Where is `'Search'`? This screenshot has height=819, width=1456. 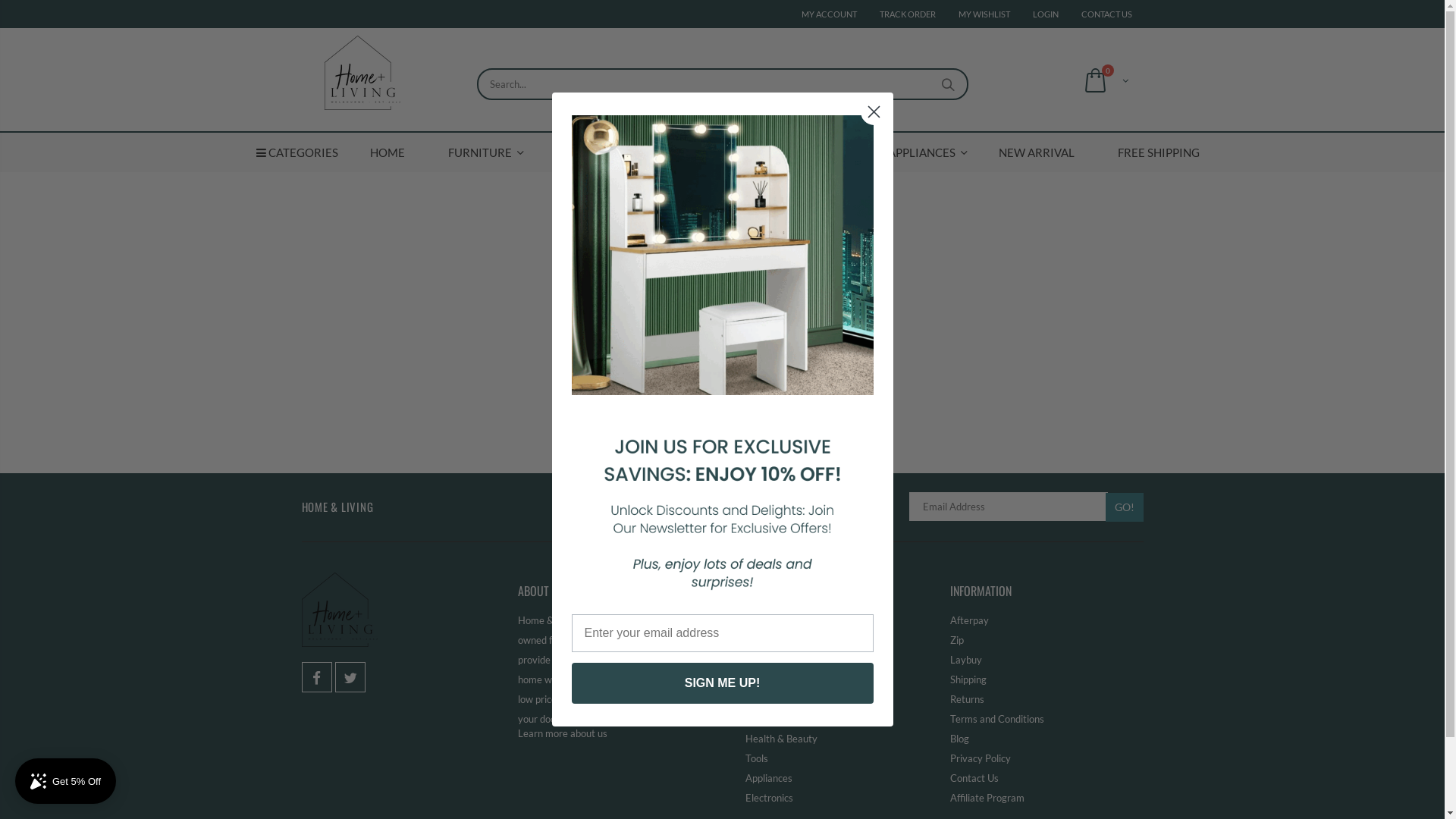 'Search' is located at coordinates (947, 84).